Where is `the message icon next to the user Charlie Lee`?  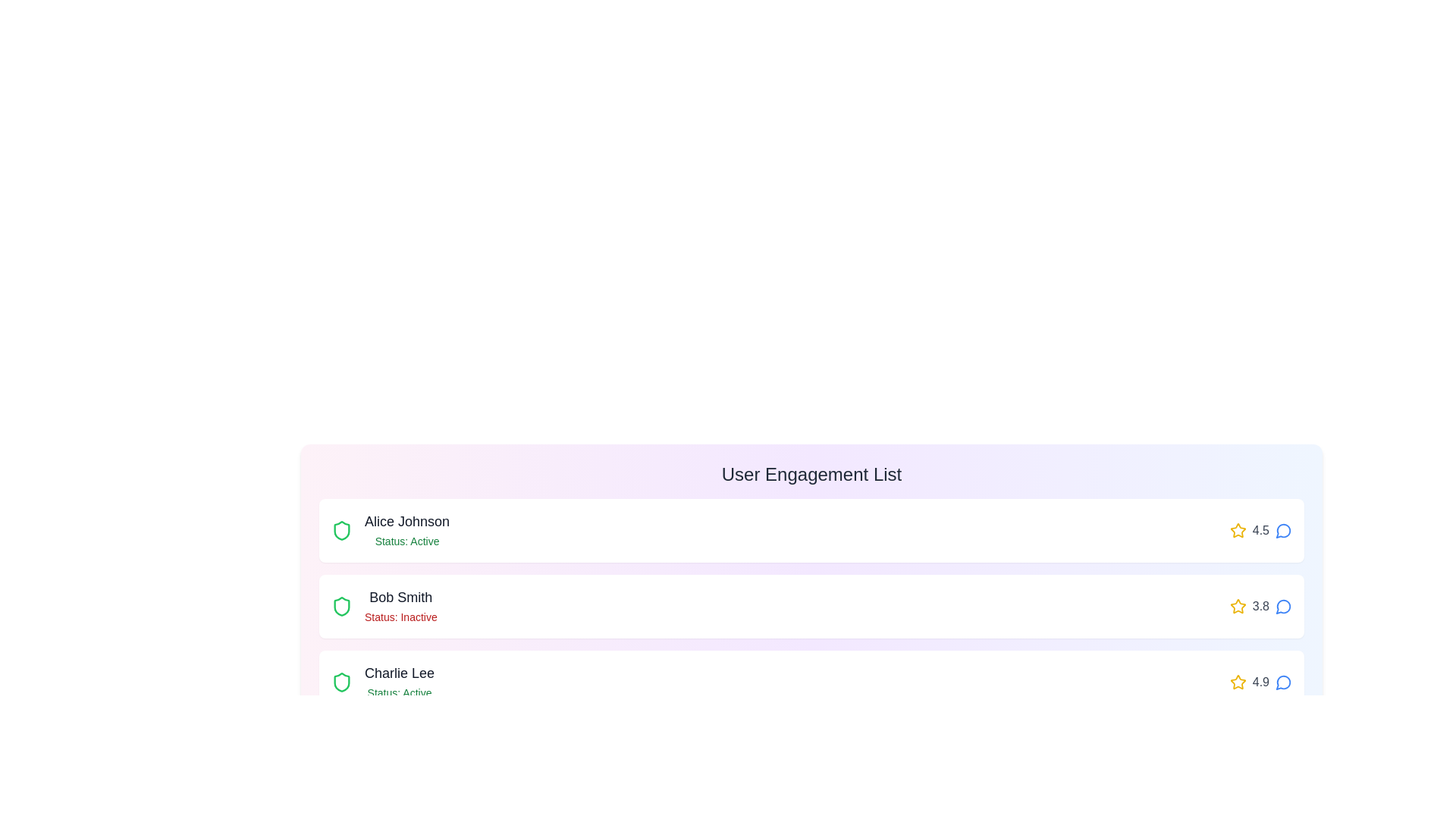
the message icon next to the user Charlie Lee is located at coordinates (1283, 681).